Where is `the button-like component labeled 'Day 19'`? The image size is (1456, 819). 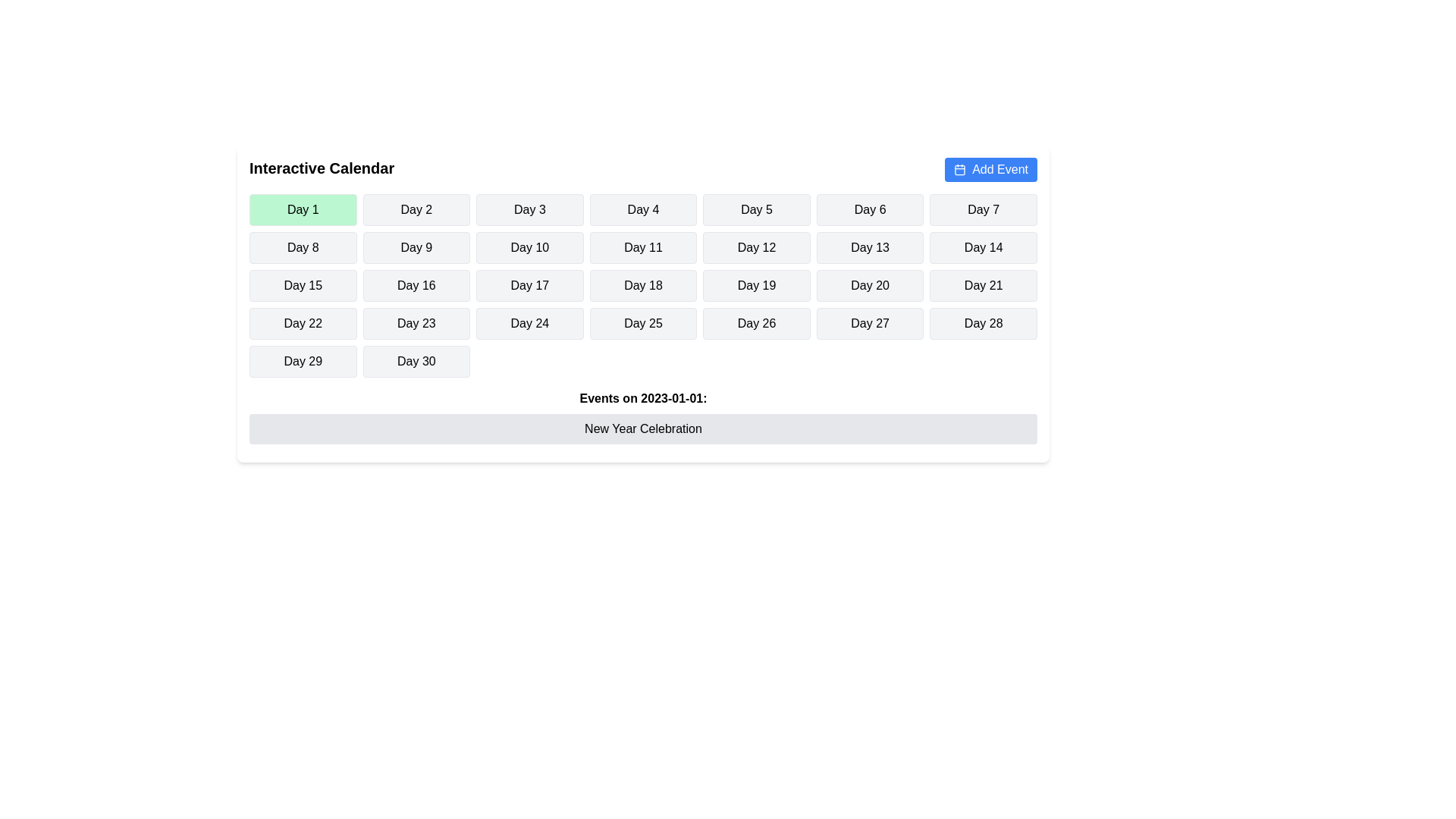
the button-like component labeled 'Day 19' is located at coordinates (757, 286).